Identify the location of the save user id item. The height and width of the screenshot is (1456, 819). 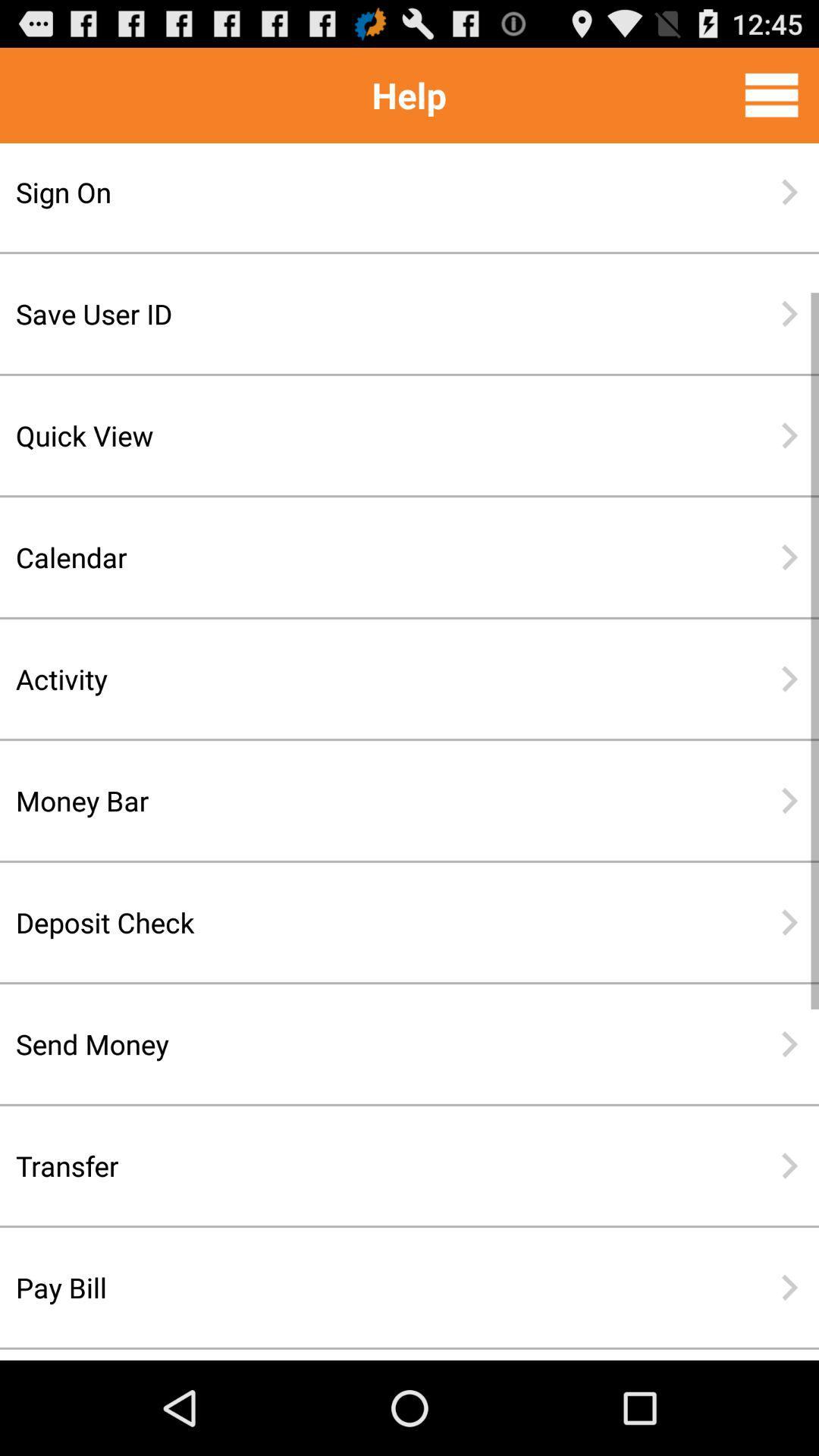
(360, 312).